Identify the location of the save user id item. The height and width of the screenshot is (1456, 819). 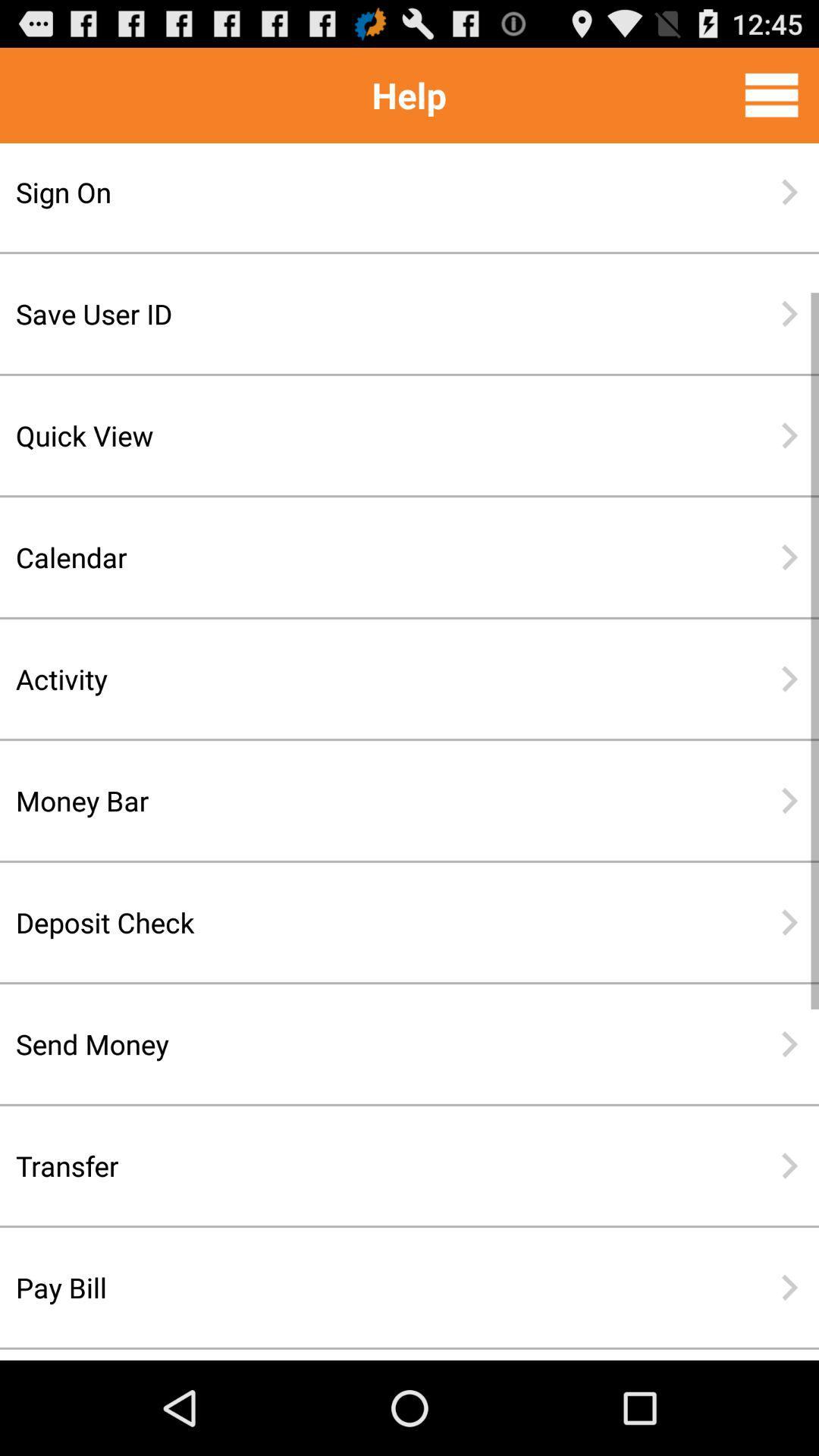
(360, 312).